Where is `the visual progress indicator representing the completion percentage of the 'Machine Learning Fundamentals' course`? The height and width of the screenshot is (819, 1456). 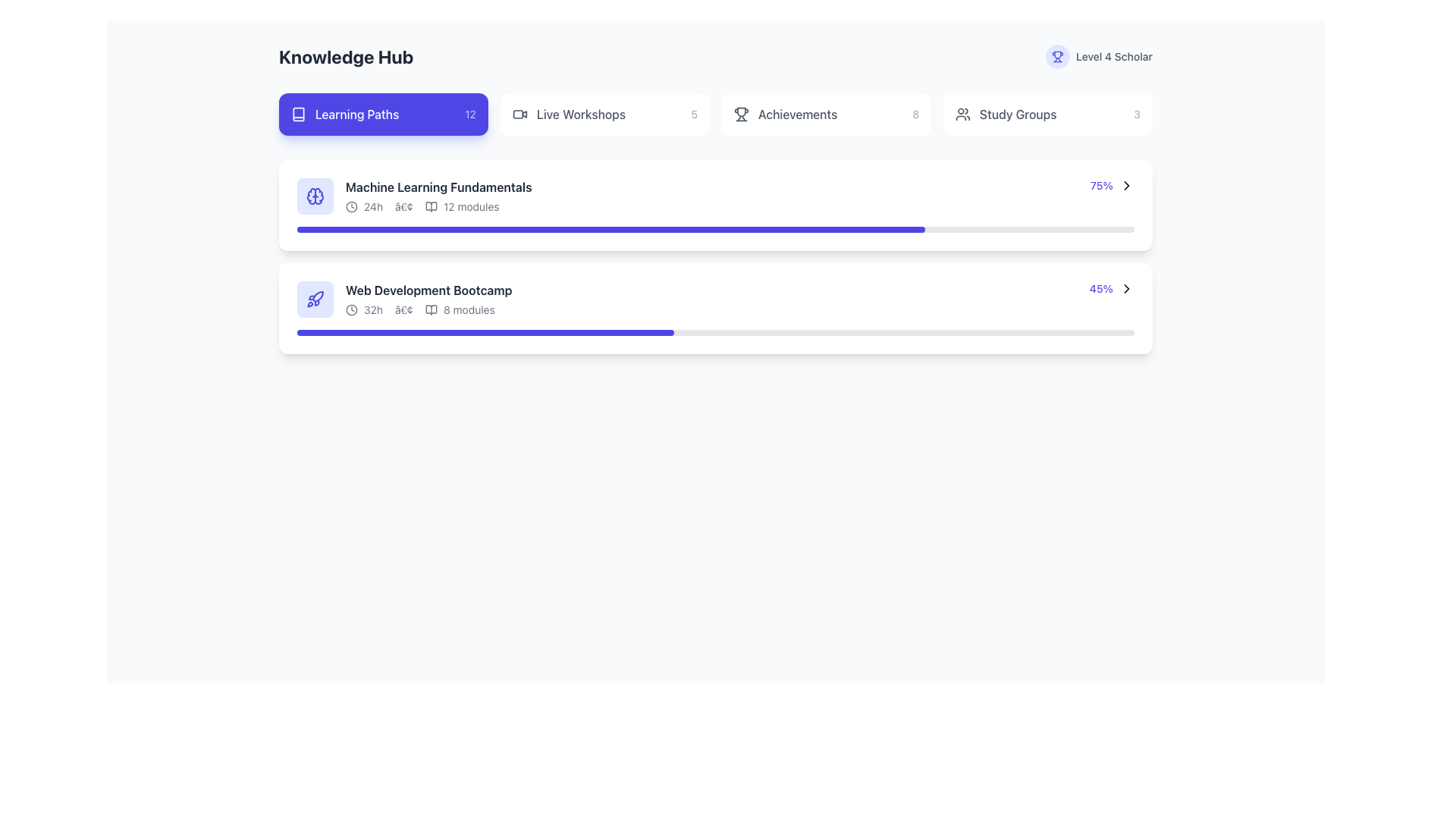 the visual progress indicator representing the completion percentage of the 'Machine Learning Fundamentals' course is located at coordinates (611, 230).